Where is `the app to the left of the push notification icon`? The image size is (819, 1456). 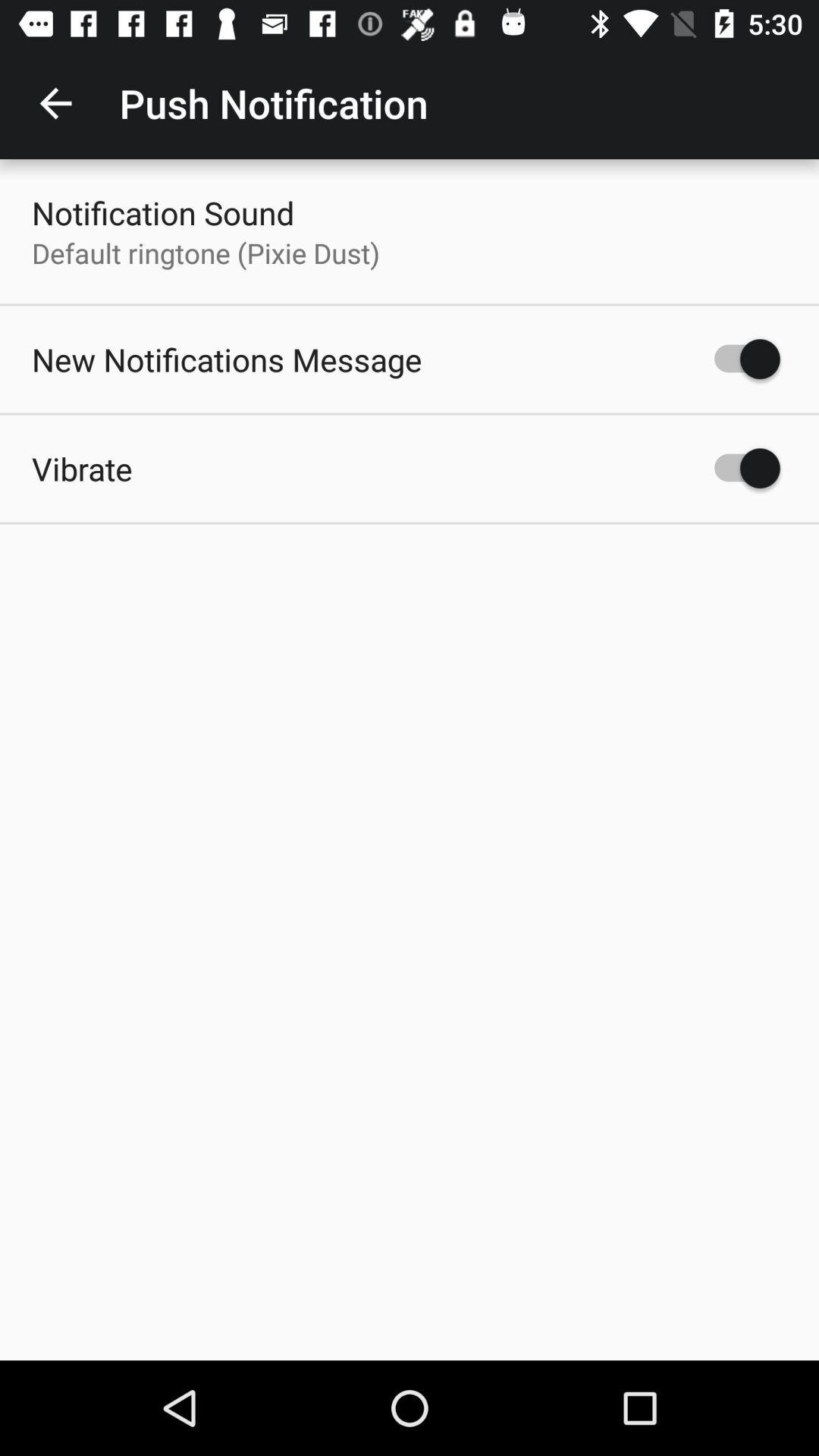
the app to the left of the push notification icon is located at coordinates (55, 102).